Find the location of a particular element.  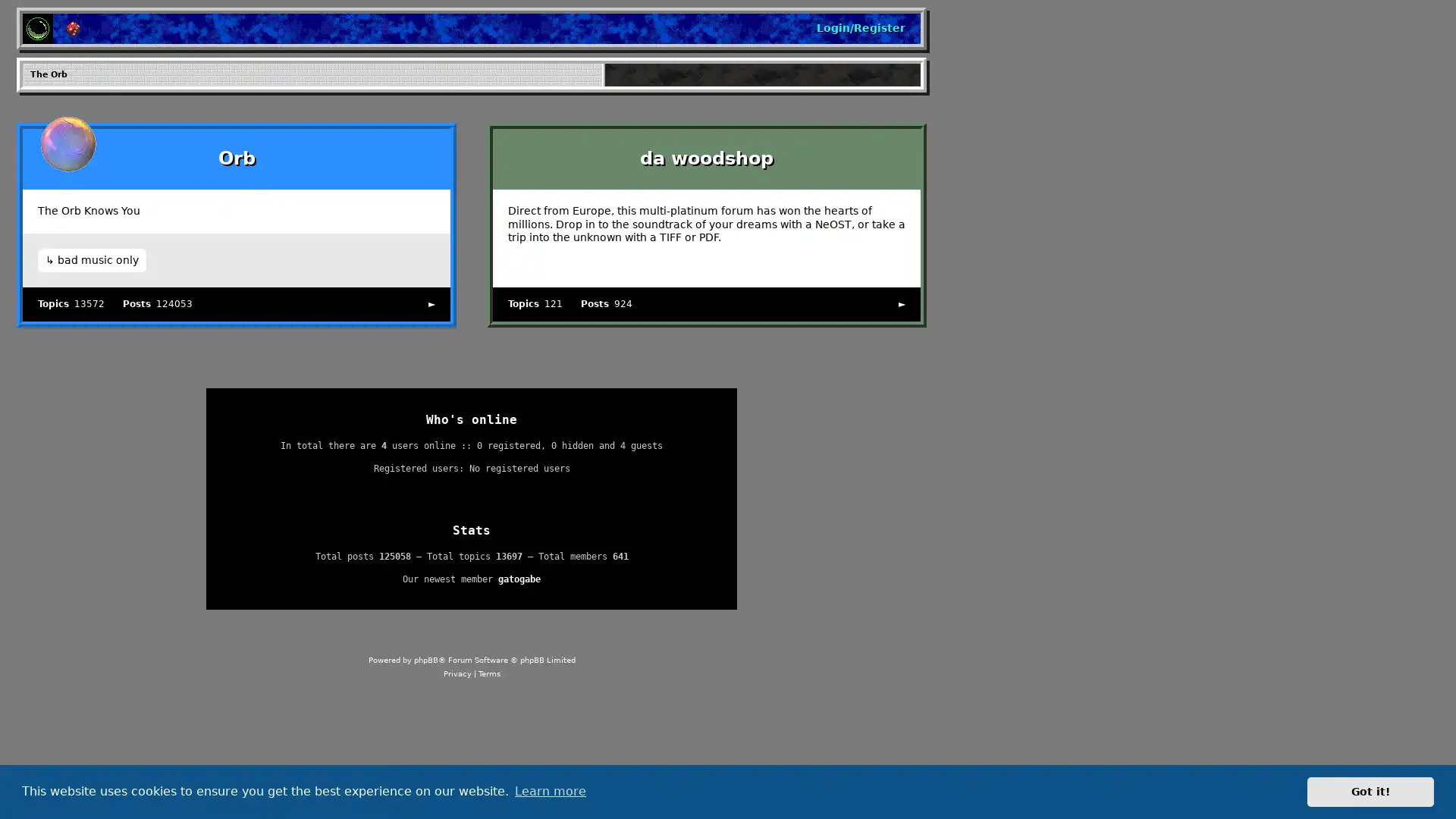

learn more about cookies is located at coordinates (549, 791).